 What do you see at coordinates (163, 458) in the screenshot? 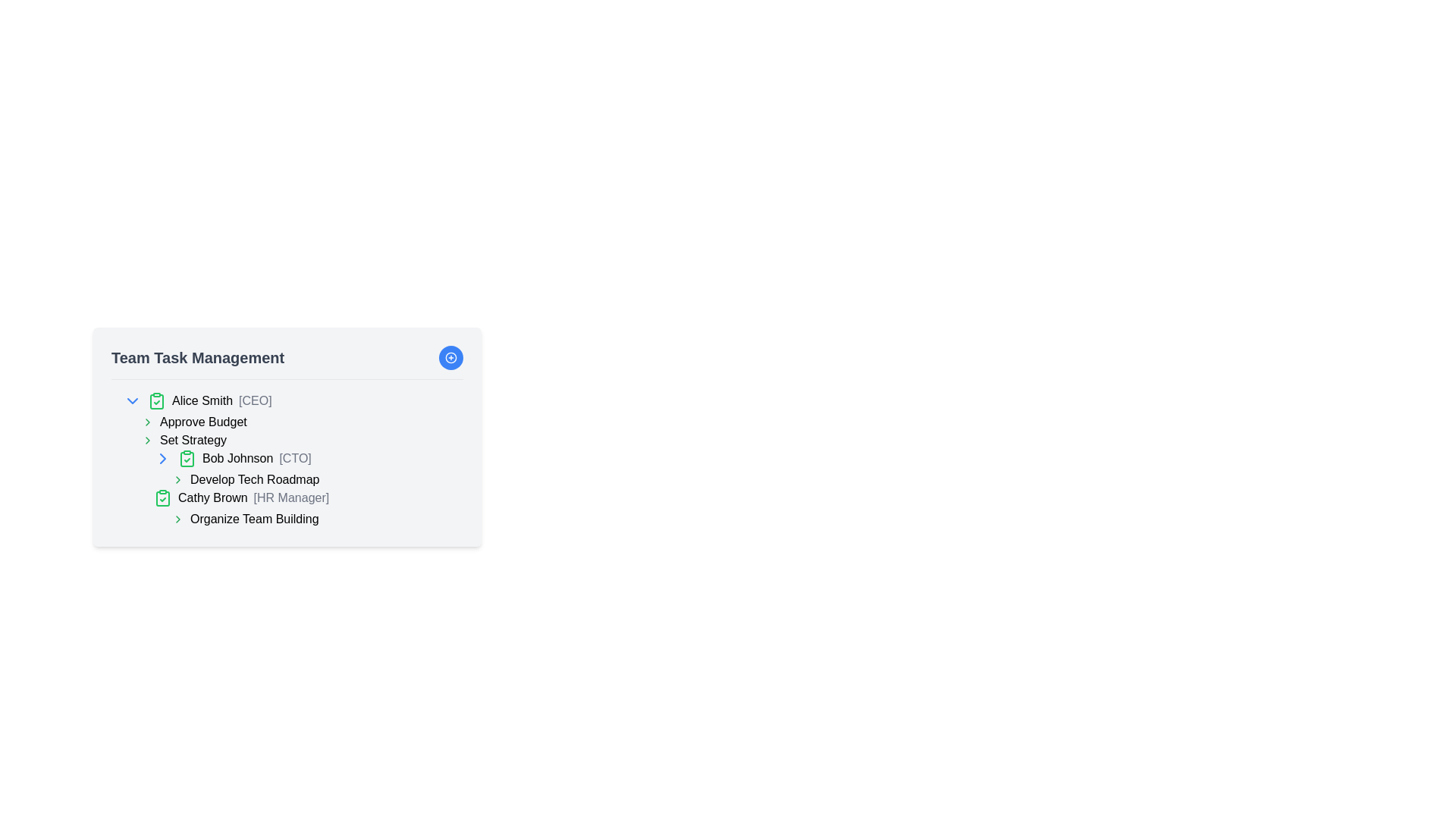
I see `the chevron button` at bounding box center [163, 458].